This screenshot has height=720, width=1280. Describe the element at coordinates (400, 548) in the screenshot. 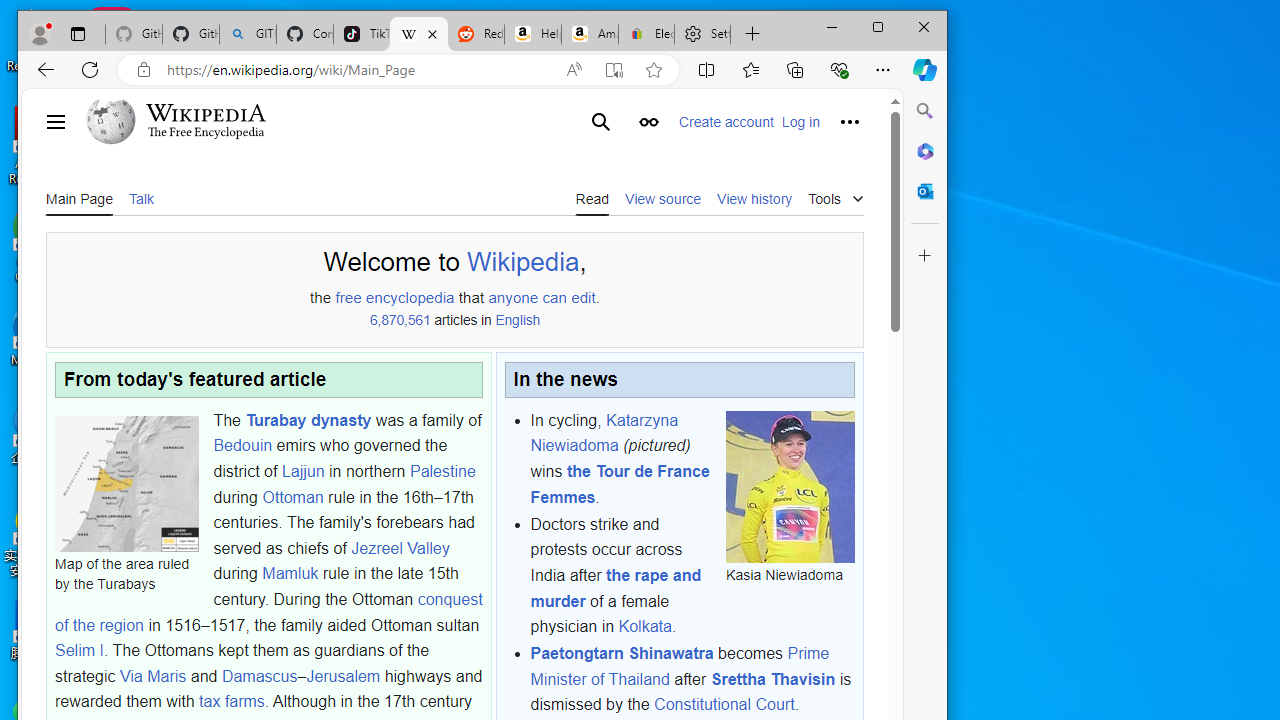

I see `'Jezreel Valley'` at that location.